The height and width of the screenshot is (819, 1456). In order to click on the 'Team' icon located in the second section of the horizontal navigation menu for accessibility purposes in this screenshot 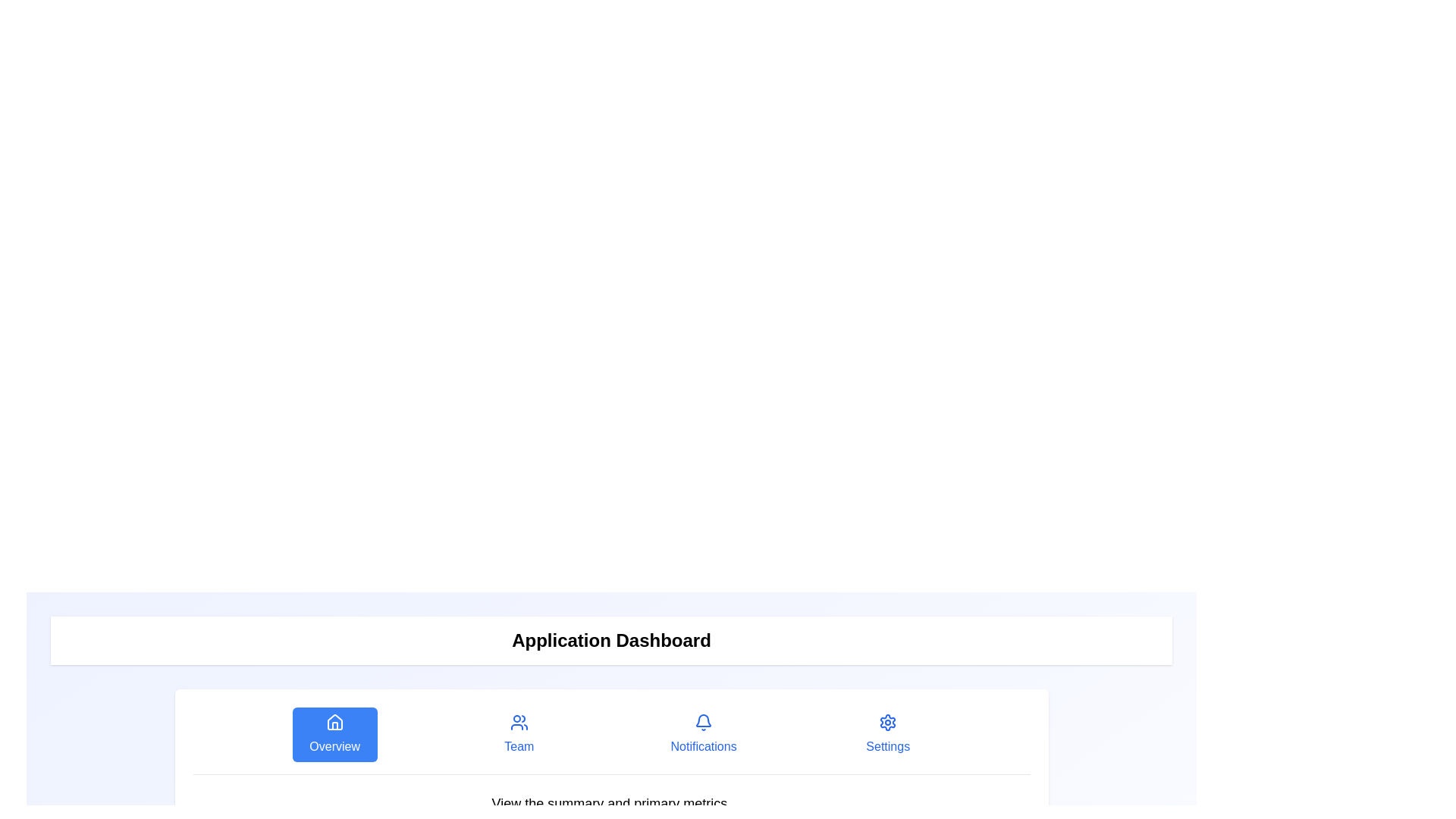, I will do `click(519, 721)`.